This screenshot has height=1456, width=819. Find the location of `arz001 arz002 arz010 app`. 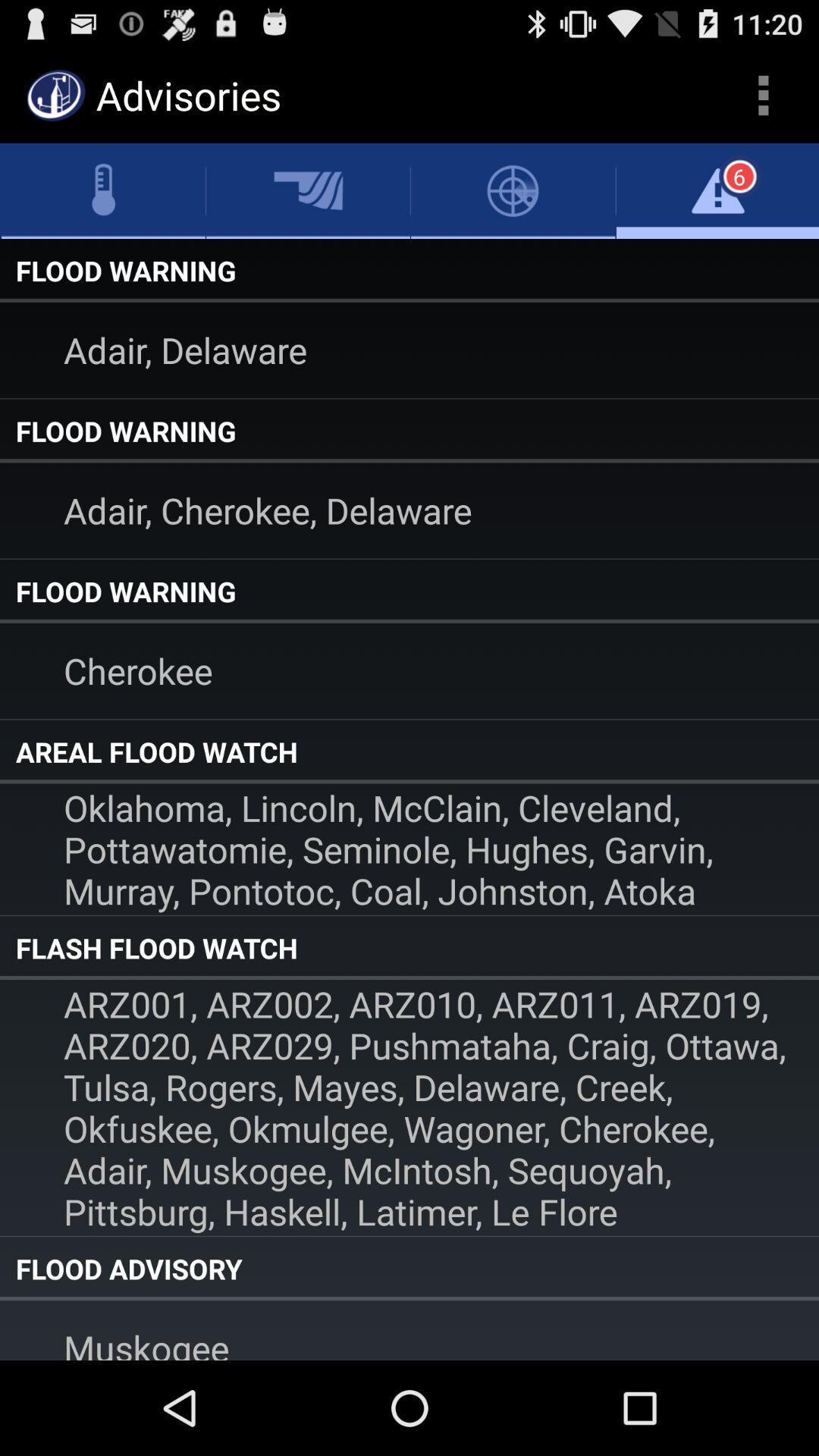

arz001 arz002 arz010 app is located at coordinates (409, 1107).